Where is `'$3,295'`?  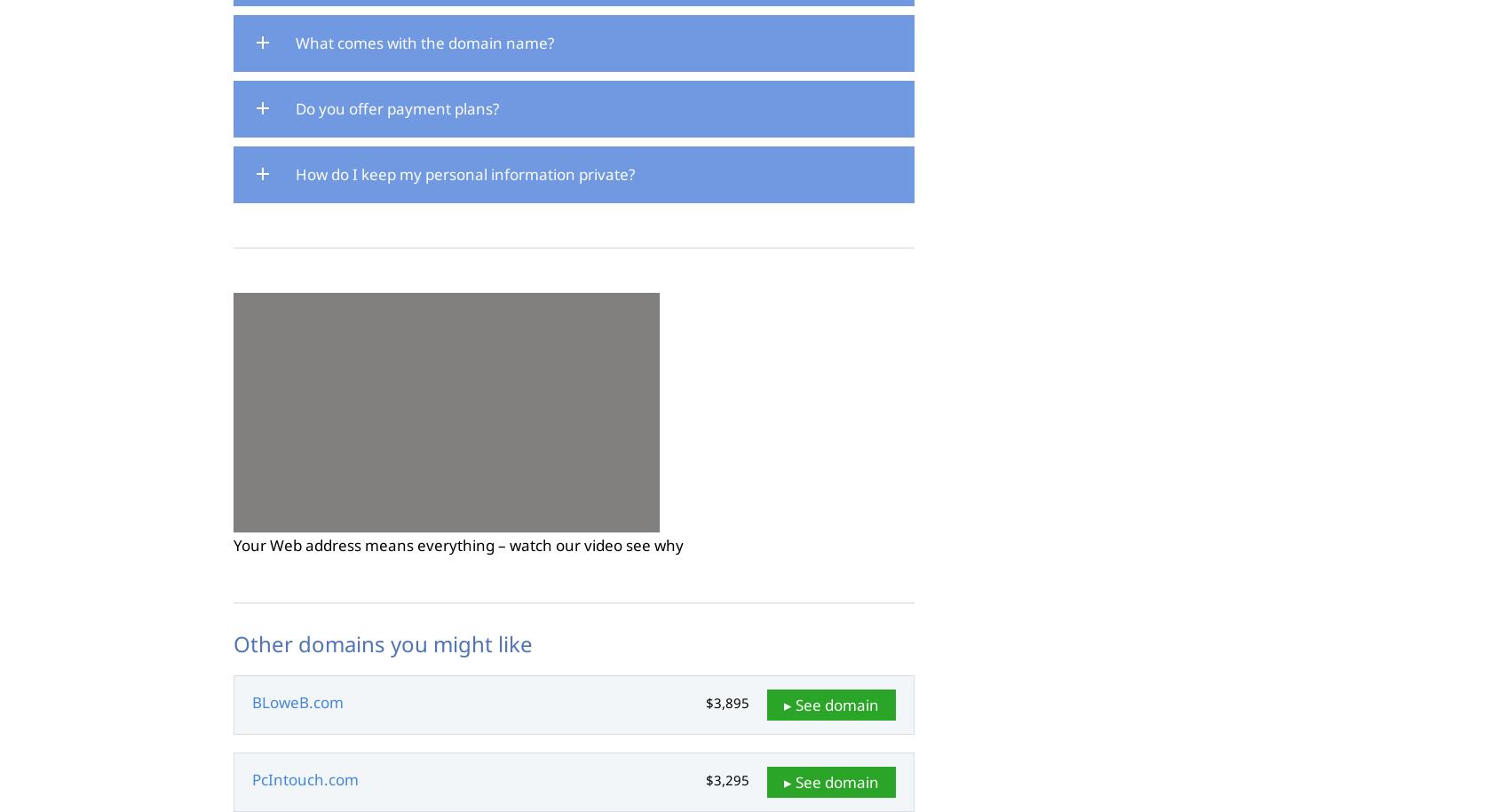 '$3,295' is located at coordinates (726, 779).